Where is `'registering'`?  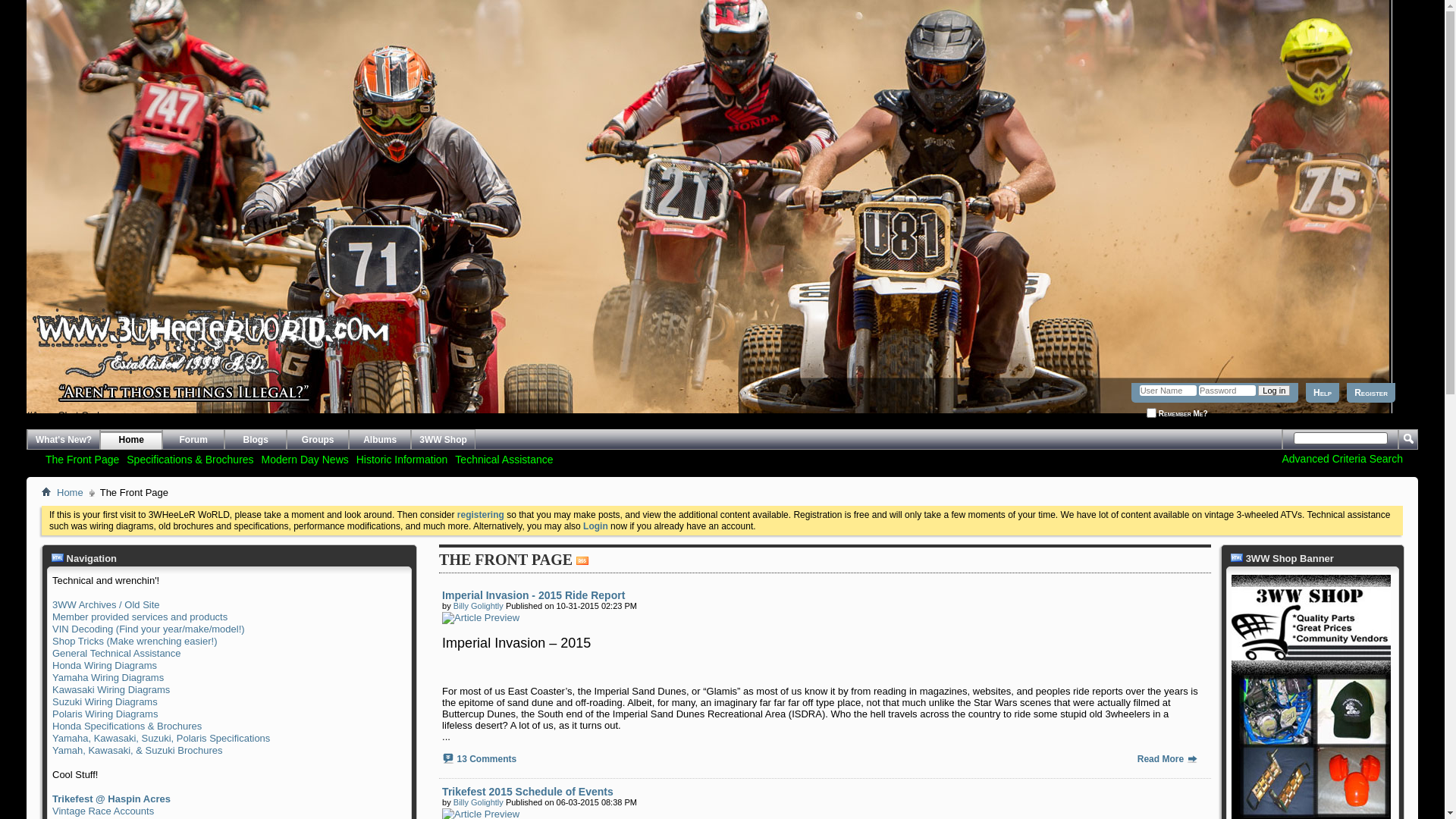
'registering' is located at coordinates (479, 513).